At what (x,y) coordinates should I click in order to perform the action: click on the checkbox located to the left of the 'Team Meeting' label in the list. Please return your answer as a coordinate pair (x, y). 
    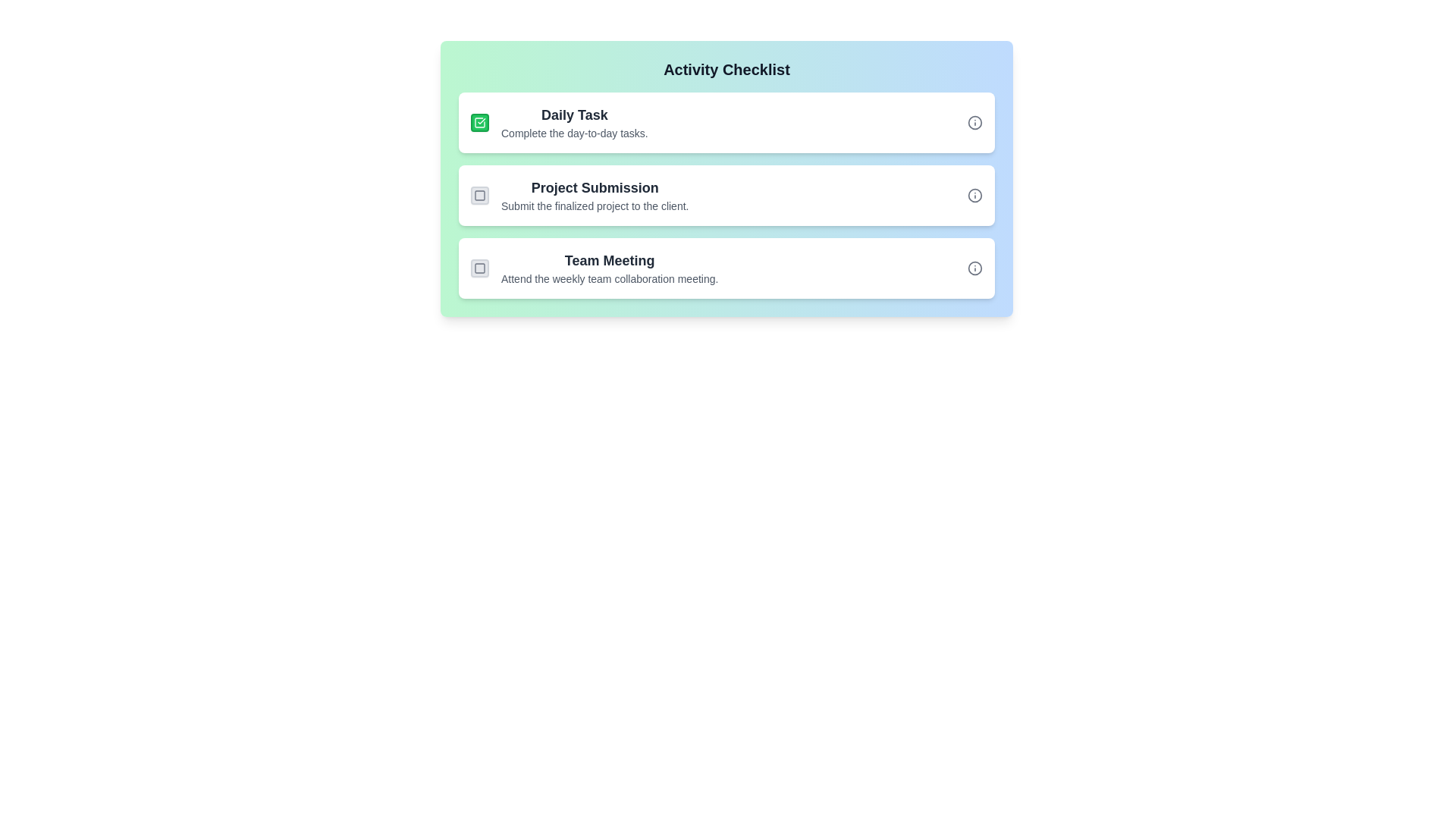
    Looking at the image, I should click on (479, 268).